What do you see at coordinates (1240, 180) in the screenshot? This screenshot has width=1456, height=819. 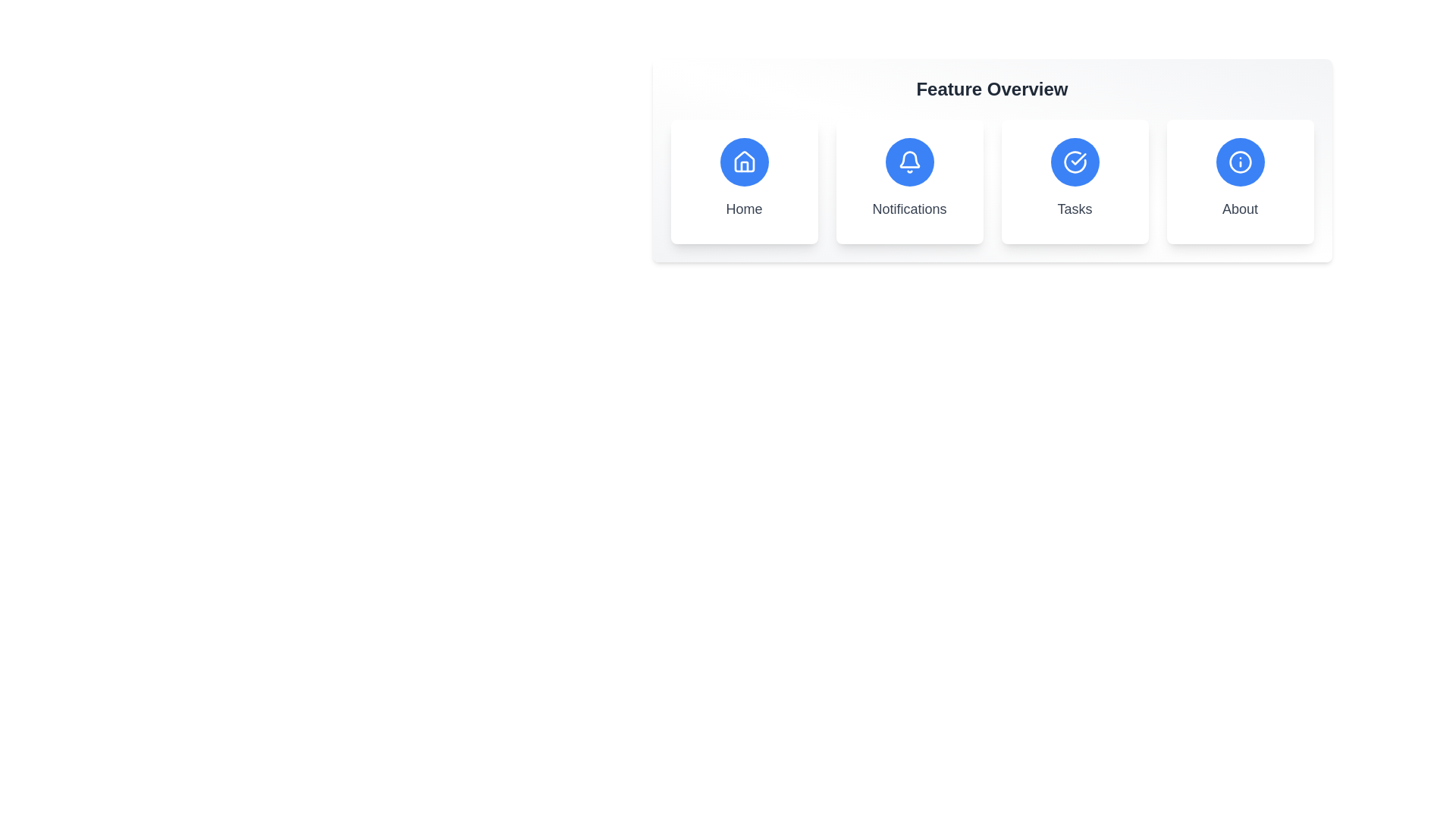 I see `the fourth card in the horizontally aligned grid` at bounding box center [1240, 180].